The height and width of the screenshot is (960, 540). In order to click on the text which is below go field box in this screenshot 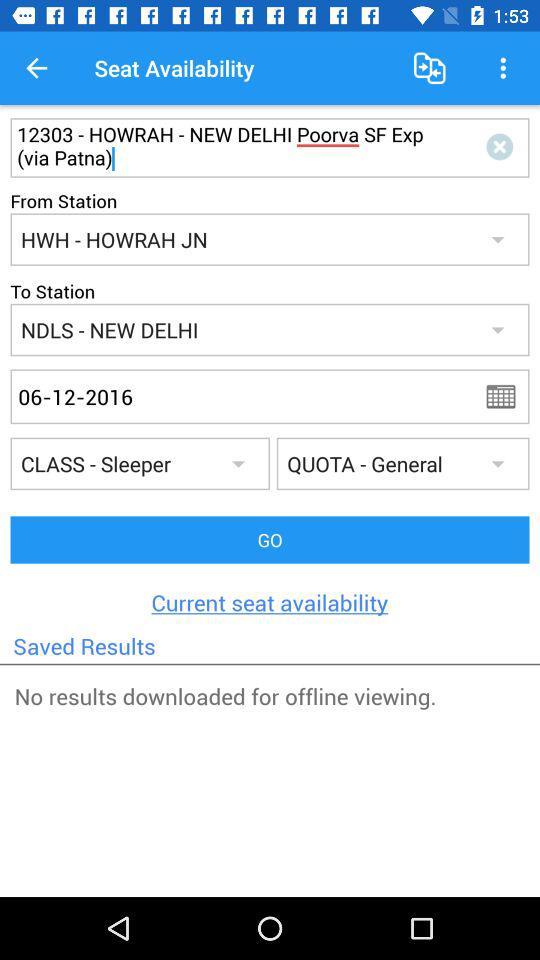, I will do `click(269, 601)`.